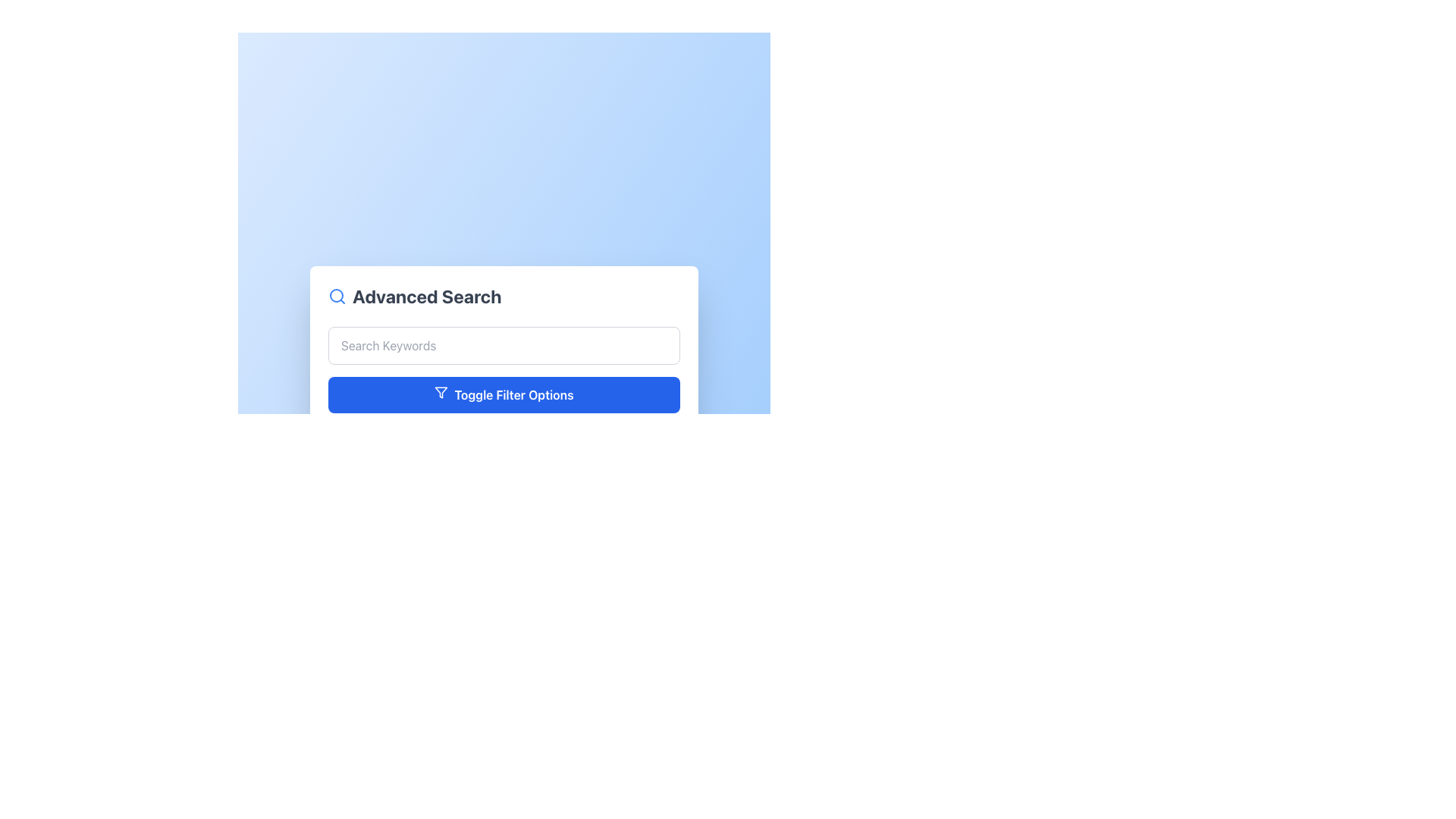 The height and width of the screenshot is (819, 1456). Describe the element at coordinates (441, 391) in the screenshot. I see `the triangular filter icon located to the left of the 'Toggle Filter Options' button` at that location.